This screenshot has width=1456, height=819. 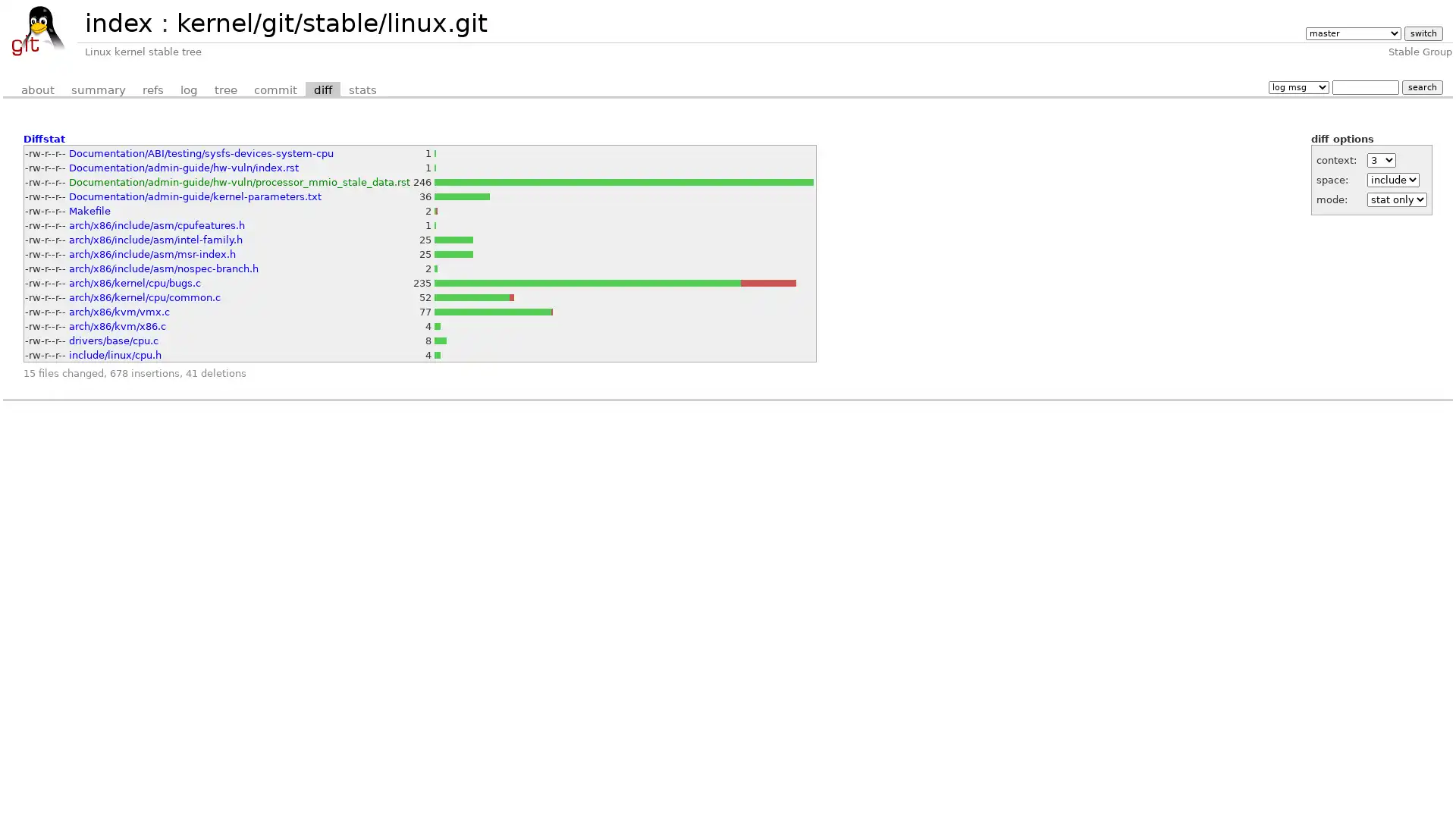 What do you see at coordinates (1421, 86) in the screenshot?
I see `search` at bounding box center [1421, 86].